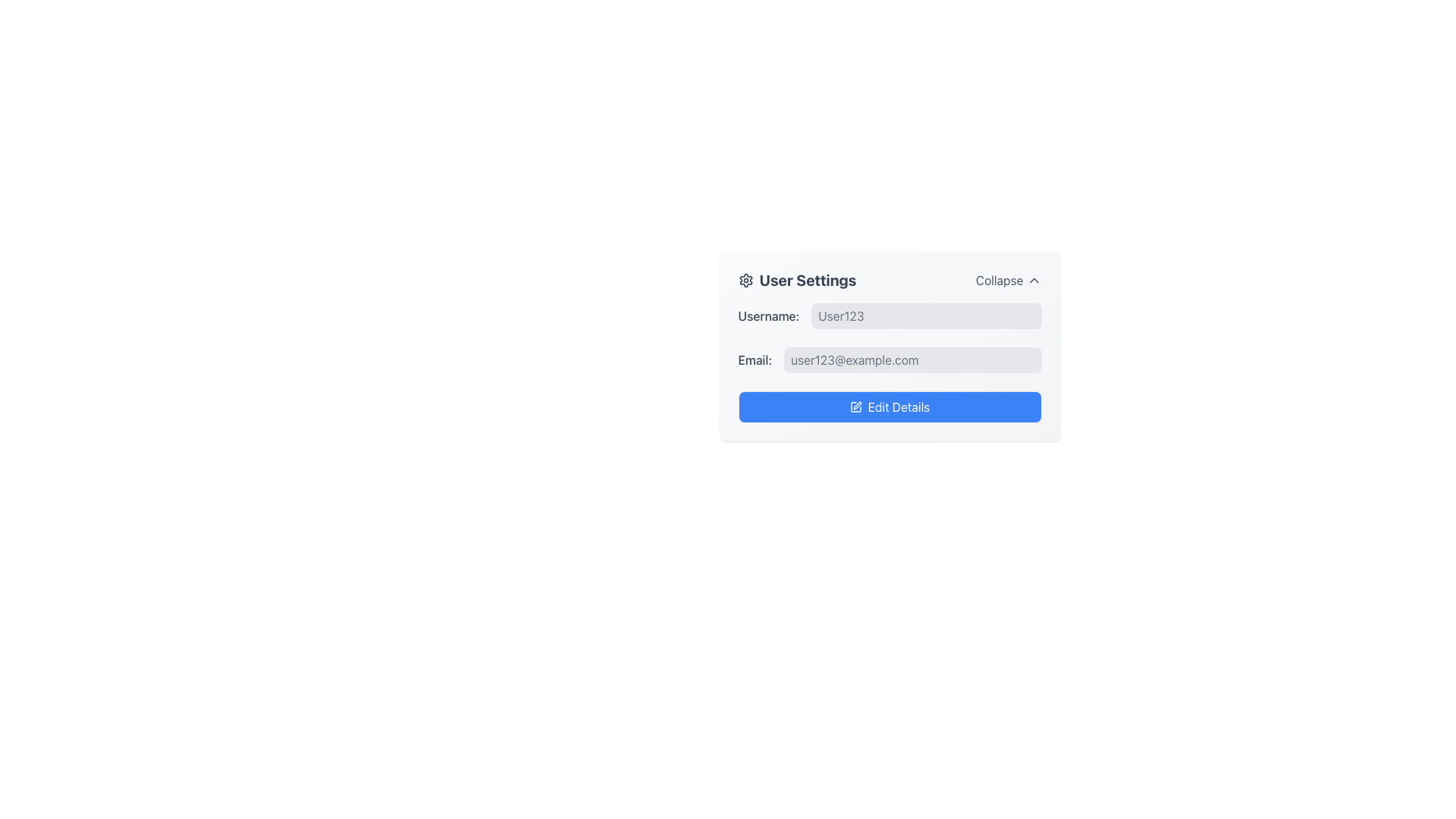 The height and width of the screenshot is (819, 1456). Describe the element at coordinates (855, 406) in the screenshot. I see `the icon indicating the 'Edit Details' button` at that location.